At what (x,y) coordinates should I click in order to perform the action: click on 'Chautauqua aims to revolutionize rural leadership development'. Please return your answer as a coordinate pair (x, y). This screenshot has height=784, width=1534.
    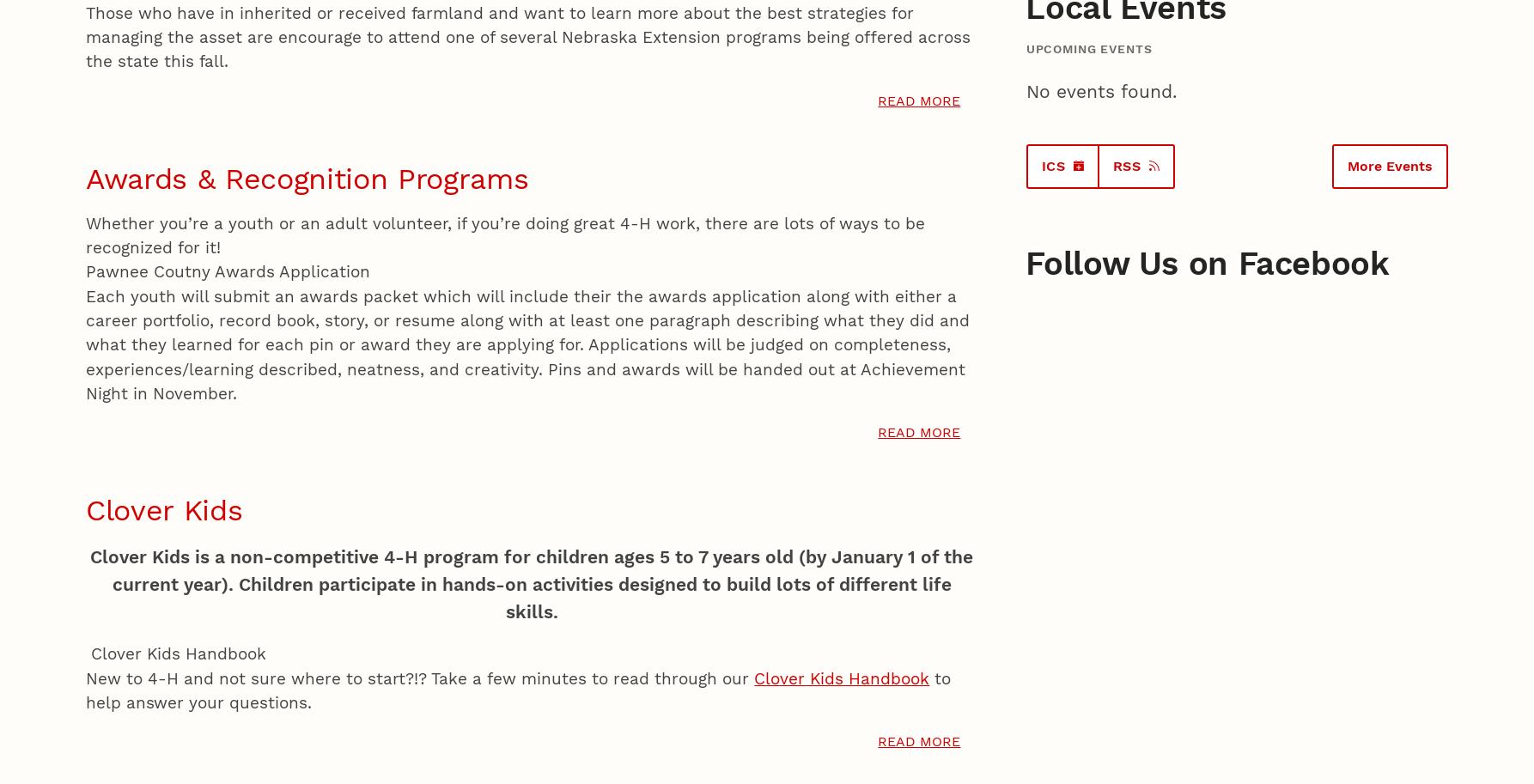
    Looking at the image, I should click on (570, 130).